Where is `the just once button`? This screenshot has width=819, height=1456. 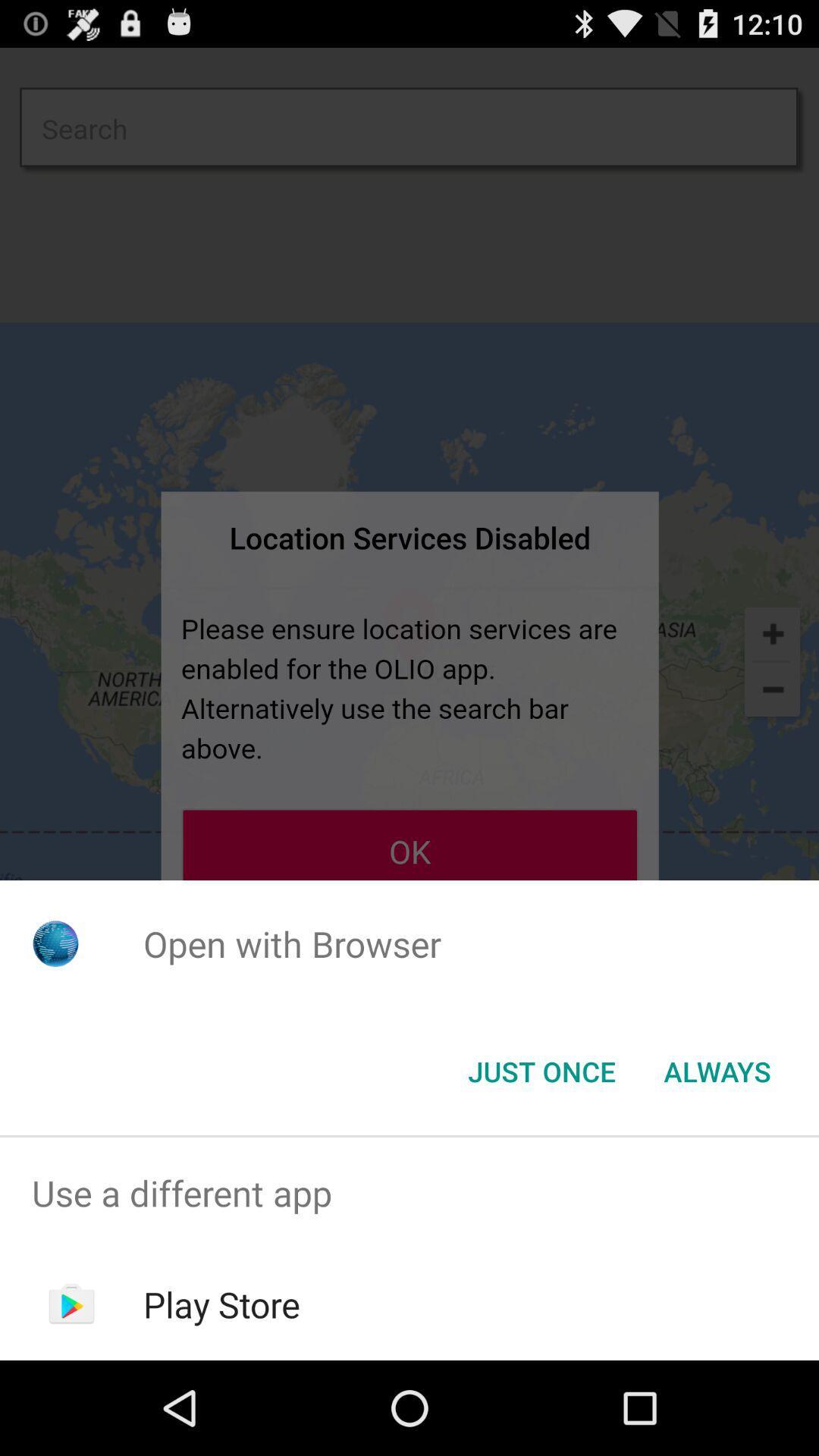
the just once button is located at coordinates (541, 1070).